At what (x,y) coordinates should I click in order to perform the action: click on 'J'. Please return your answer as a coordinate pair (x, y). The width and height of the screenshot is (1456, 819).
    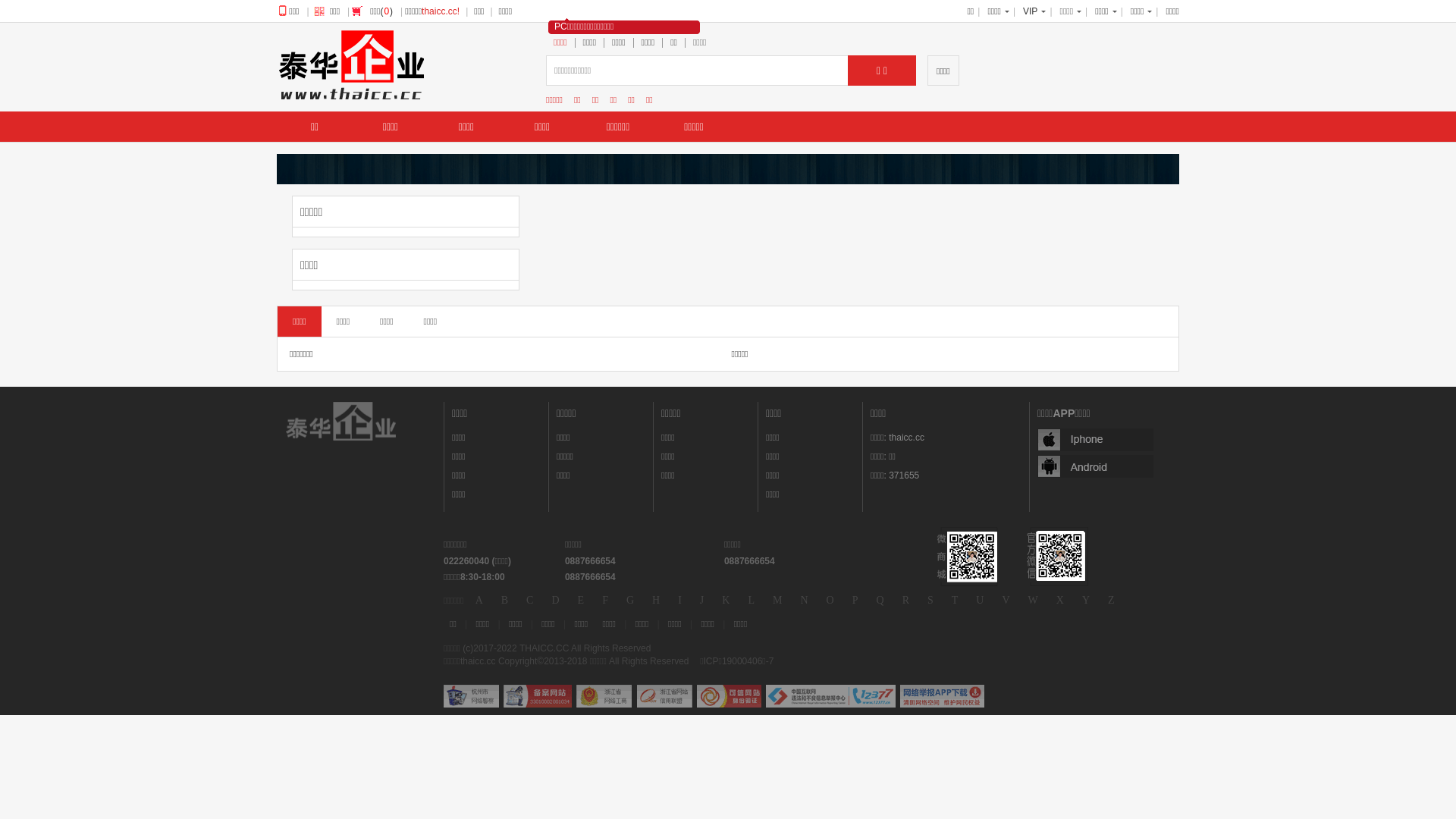
    Looking at the image, I should click on (701, 599).